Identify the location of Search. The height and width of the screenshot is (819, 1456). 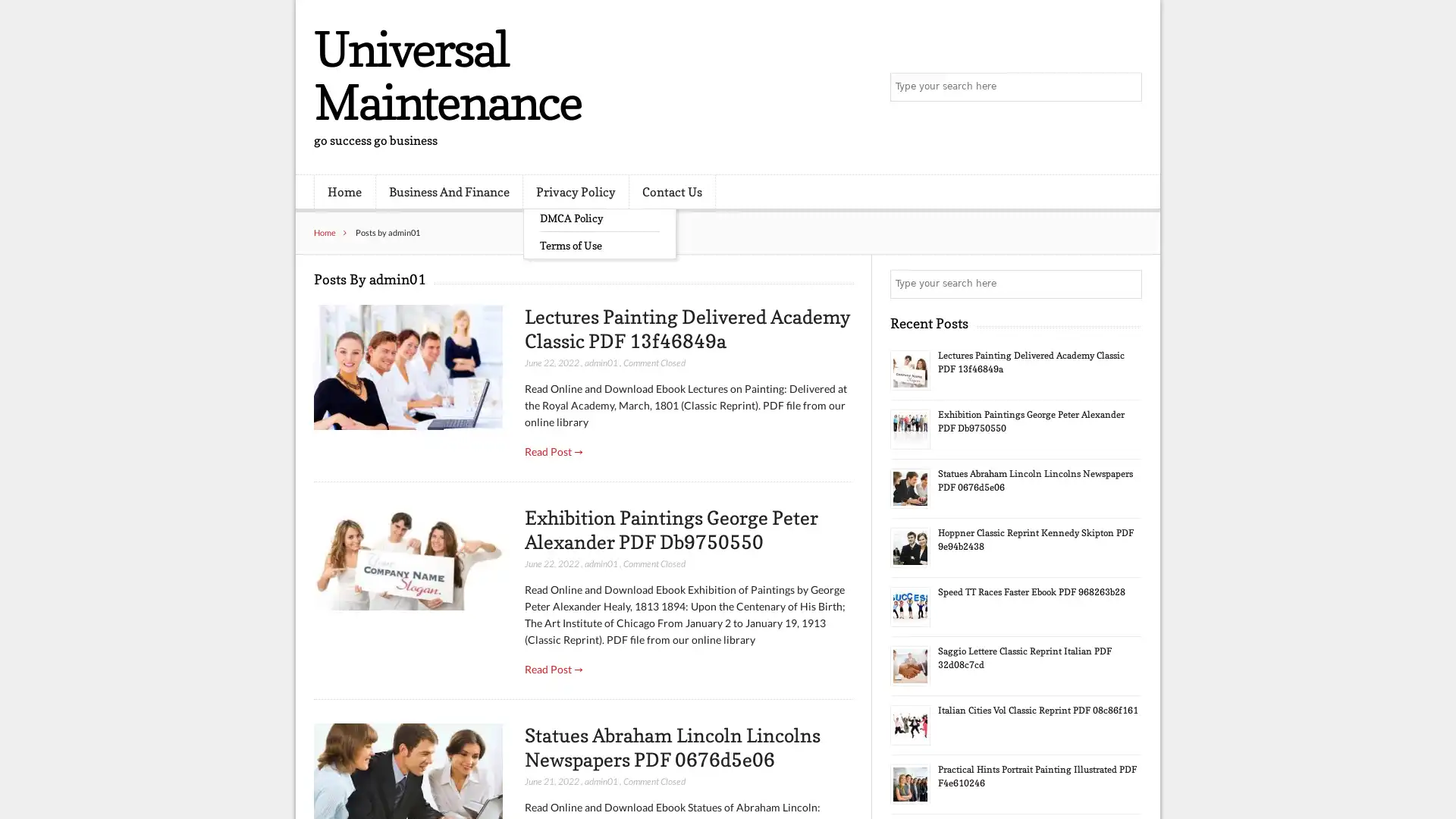
(1126, 87).